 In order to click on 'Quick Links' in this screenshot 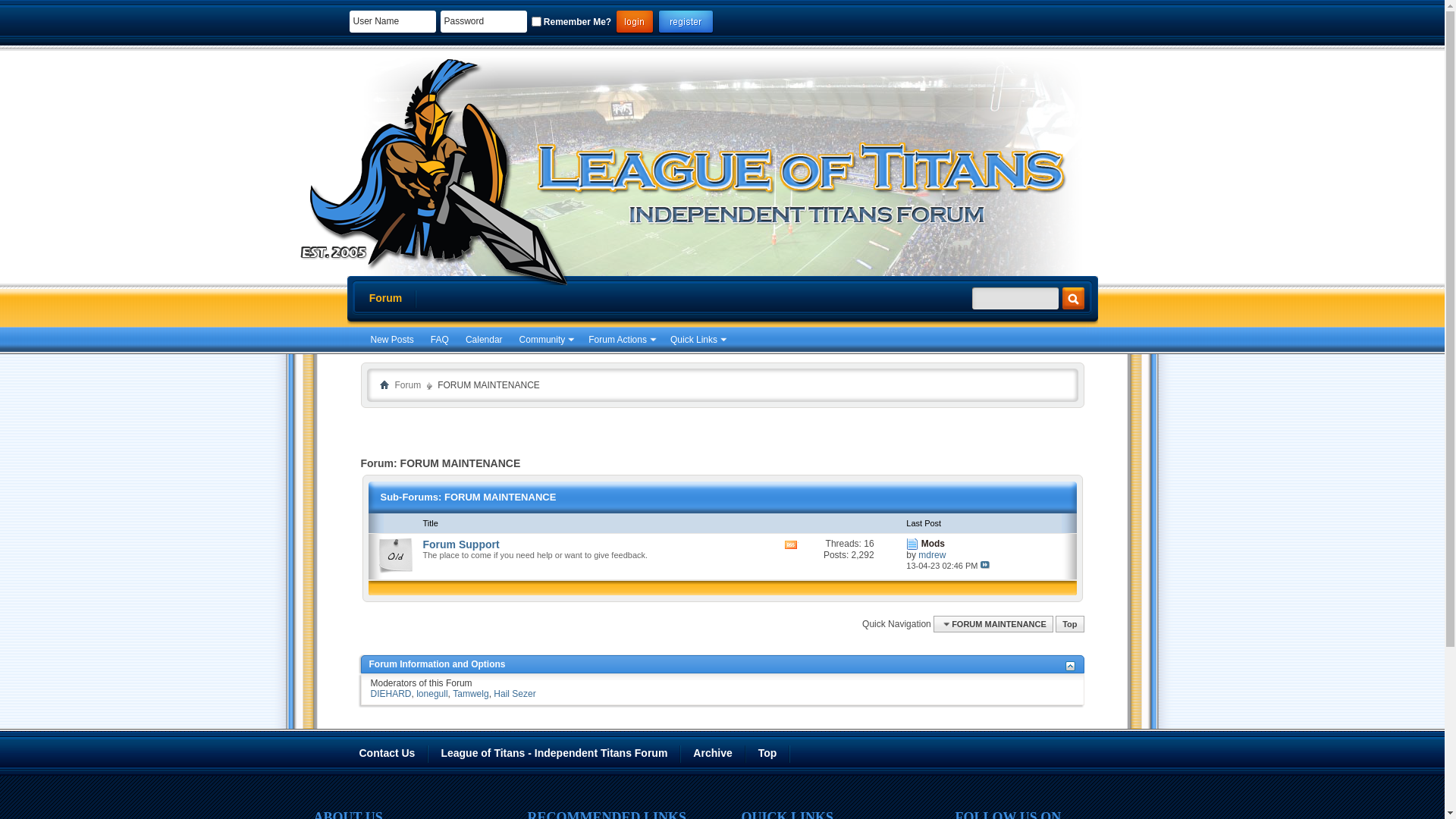, I will do `click(696, 339)`.